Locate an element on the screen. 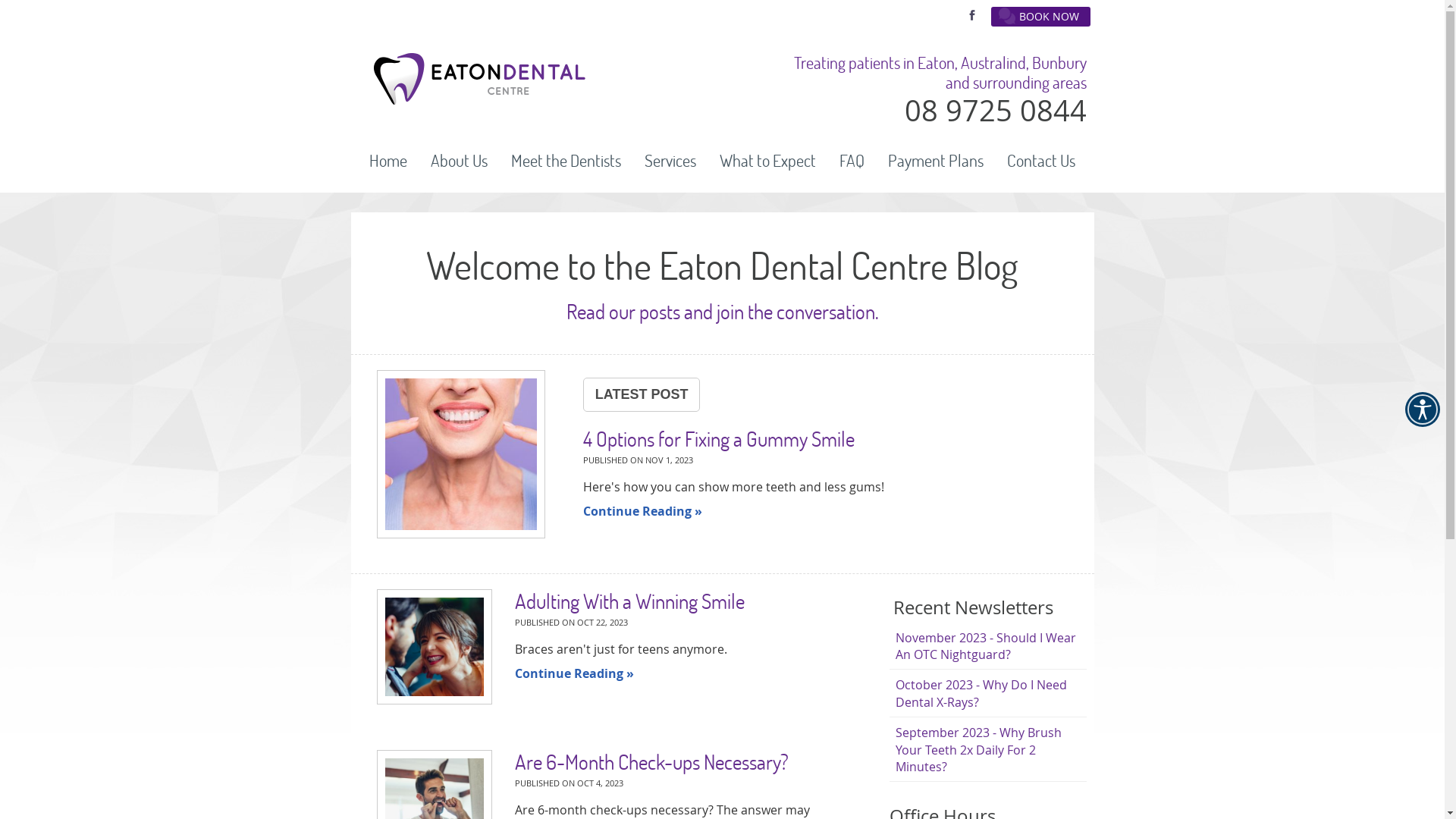  '4 Options for Fixing a Gummy Smile' is located at coordinates (460, 455).